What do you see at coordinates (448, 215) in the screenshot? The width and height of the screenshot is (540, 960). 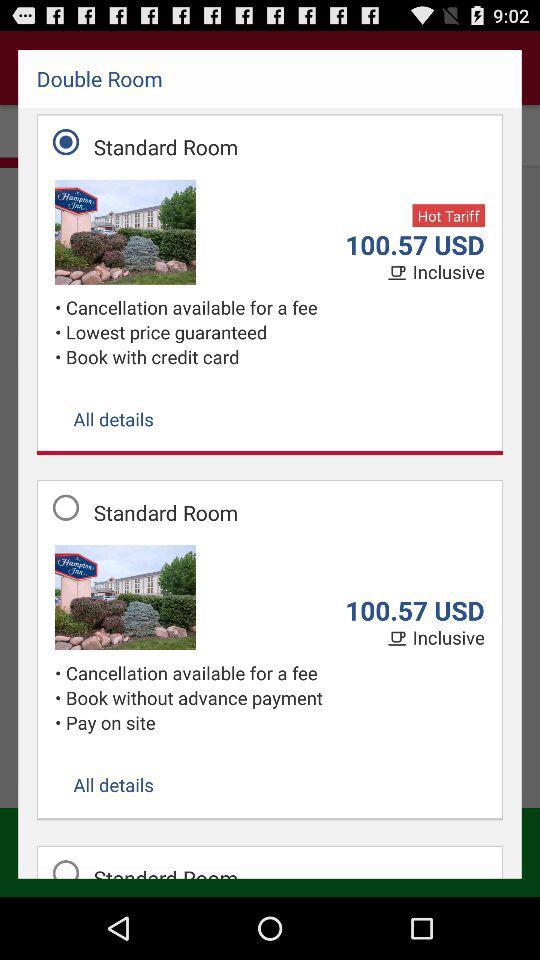 I see `the hot tariff icon` at bounding box center [448, 215].